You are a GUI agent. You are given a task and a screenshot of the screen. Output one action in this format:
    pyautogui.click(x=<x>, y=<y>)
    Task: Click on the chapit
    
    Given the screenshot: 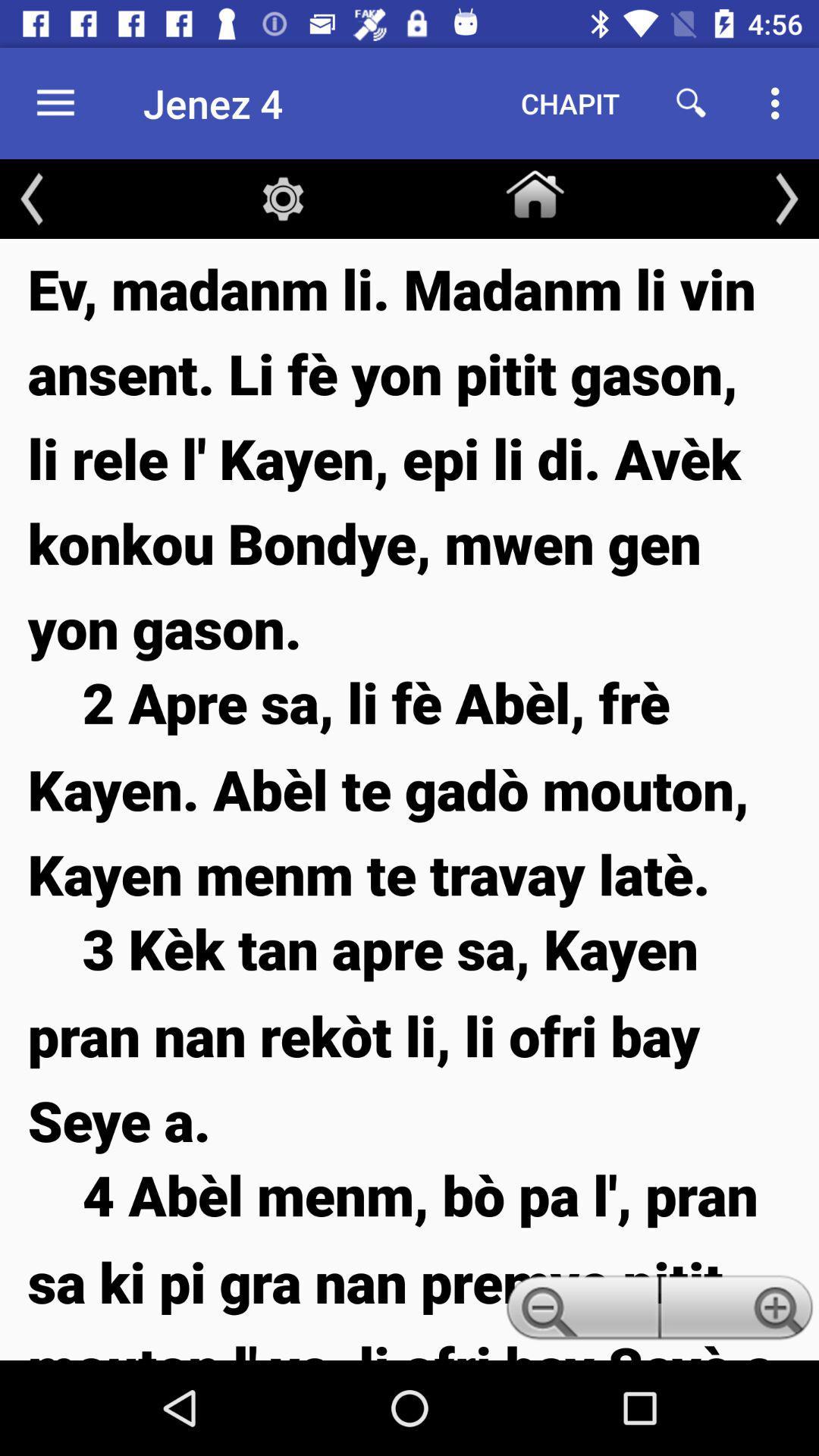 What is the action you would take?
    pyautogui.click(x=570, y=102)
    